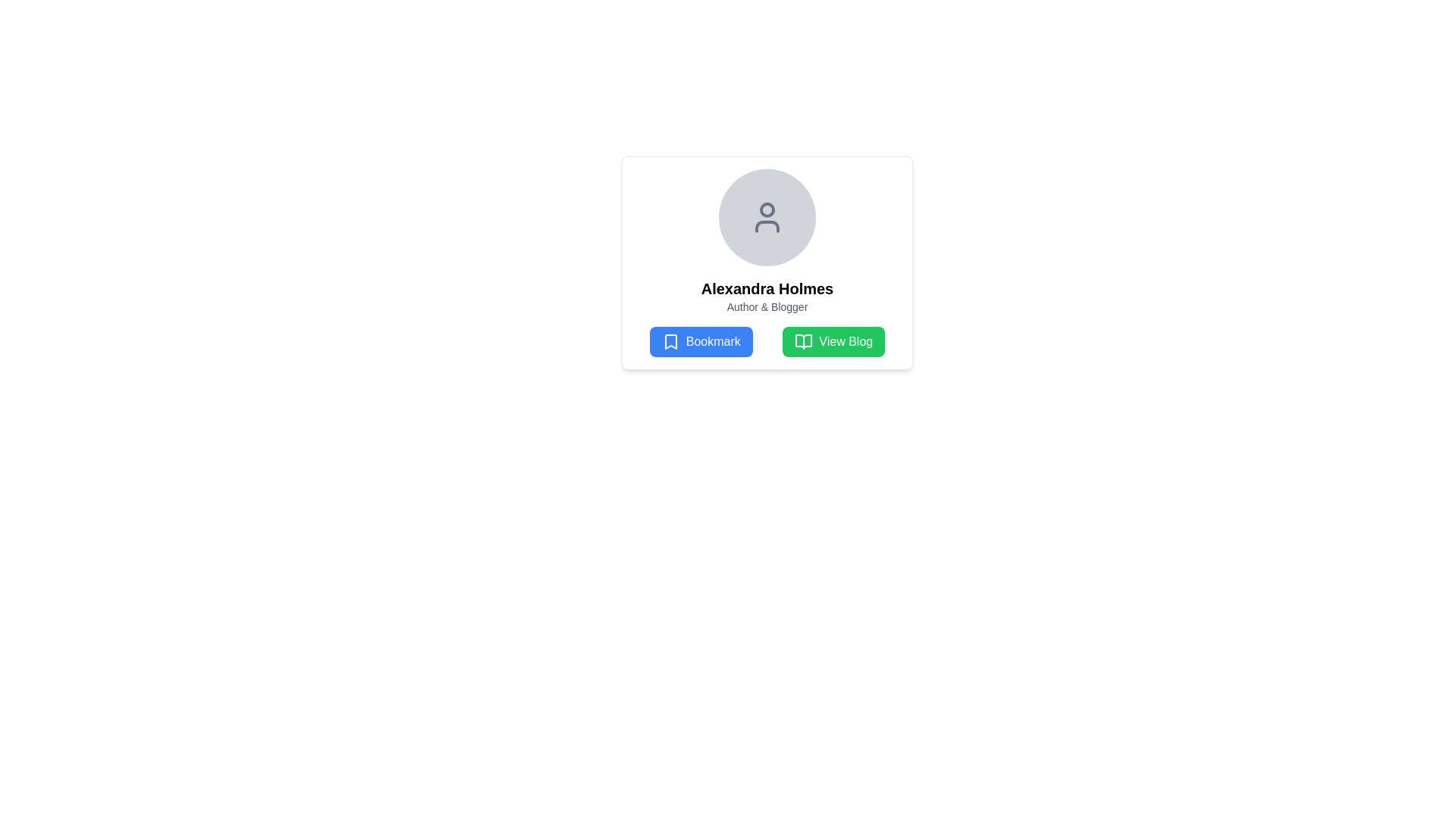 This screenshot has height=819, width=1456. Describe the element at coordinates (767, 289) in the screenshot. I see `the text display element that shows the name 'Alexandra Holmes', which is bold and large, located below the user avatar and above the smaller text 'Author & Blogger'` at that location.